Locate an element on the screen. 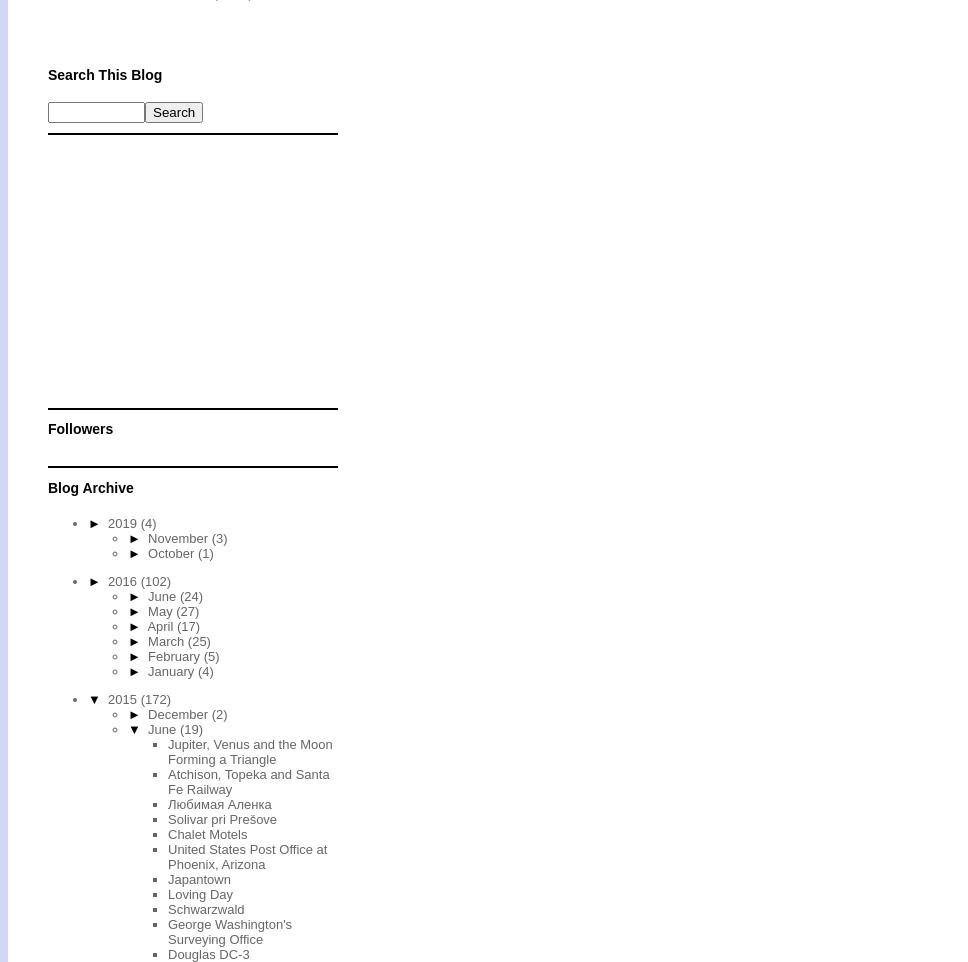 This screenshot has height=962, width=968. 'May' is located at coordinates (162, 609).